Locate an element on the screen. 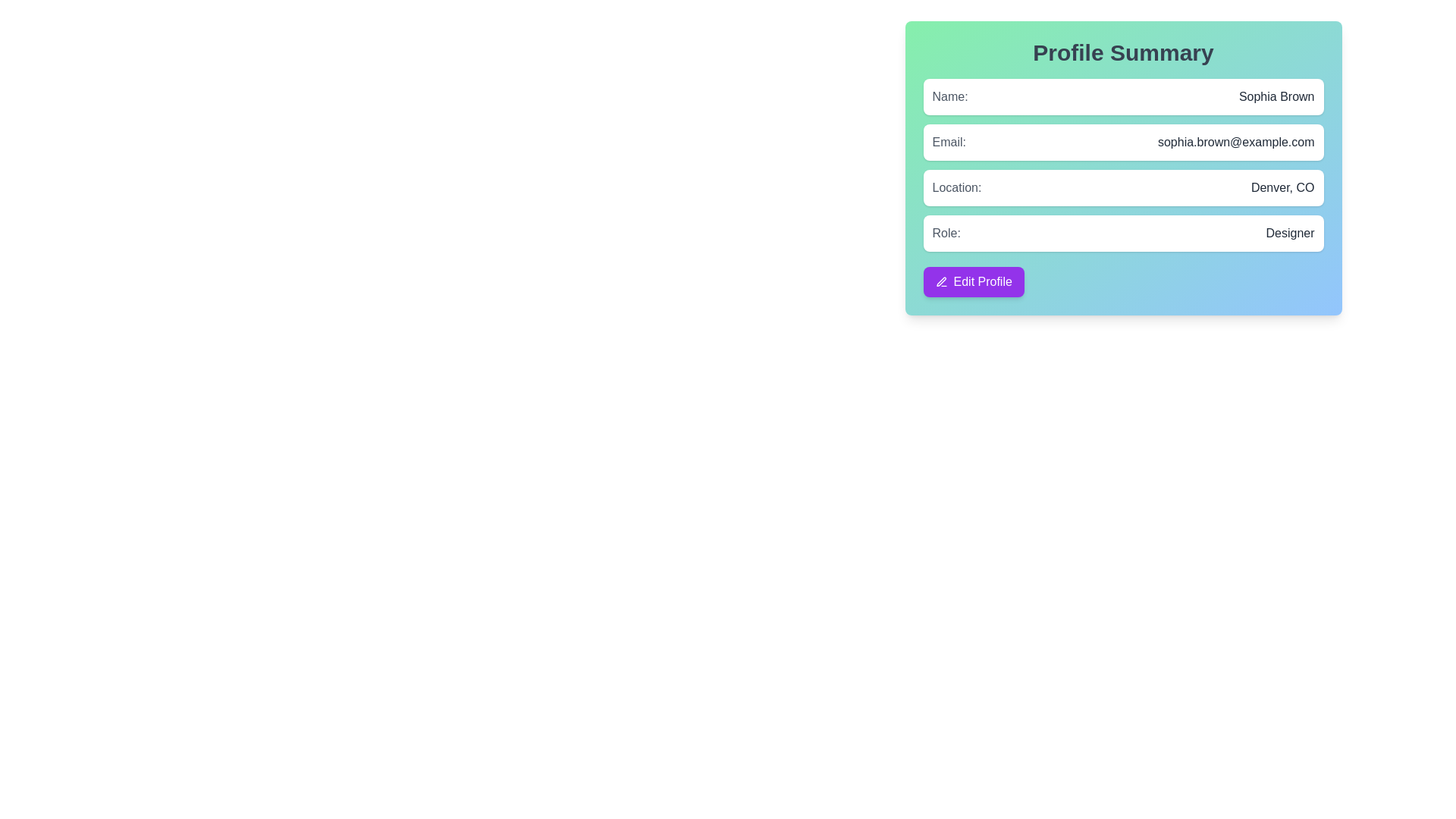  the 'Email:' text label, which is a medium weight gray font label positioned within the Profile Summary card is located at coordinates (948, 143).